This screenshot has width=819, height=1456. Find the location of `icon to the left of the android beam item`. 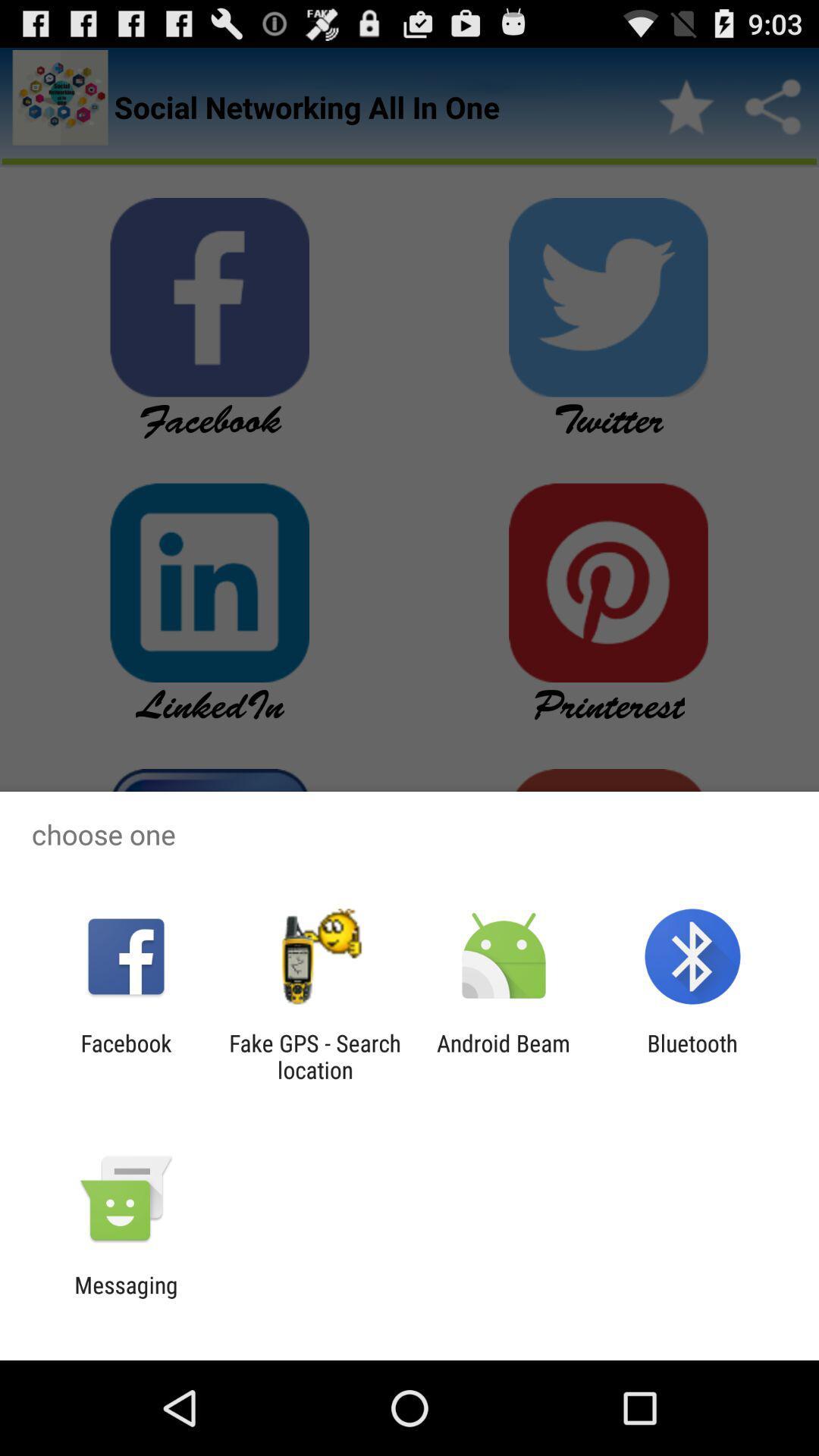

icon to the left of the android beam item is located at coordinates (314, 1056).